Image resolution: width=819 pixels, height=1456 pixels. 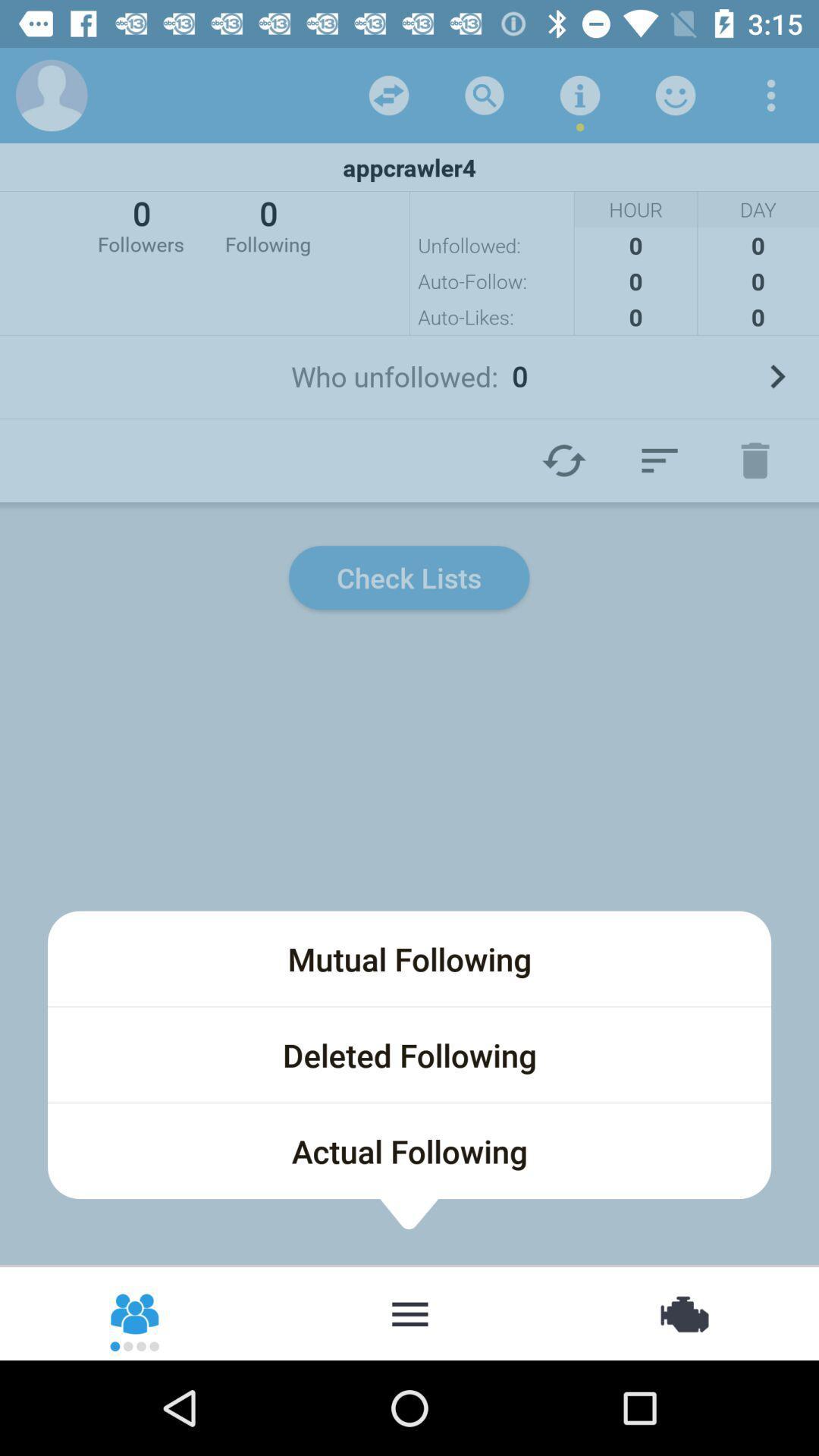 What do you see at coordinates (267, 224) in the screenshot?
I see `icon to the right of 0` at bounding box center [267, 224].